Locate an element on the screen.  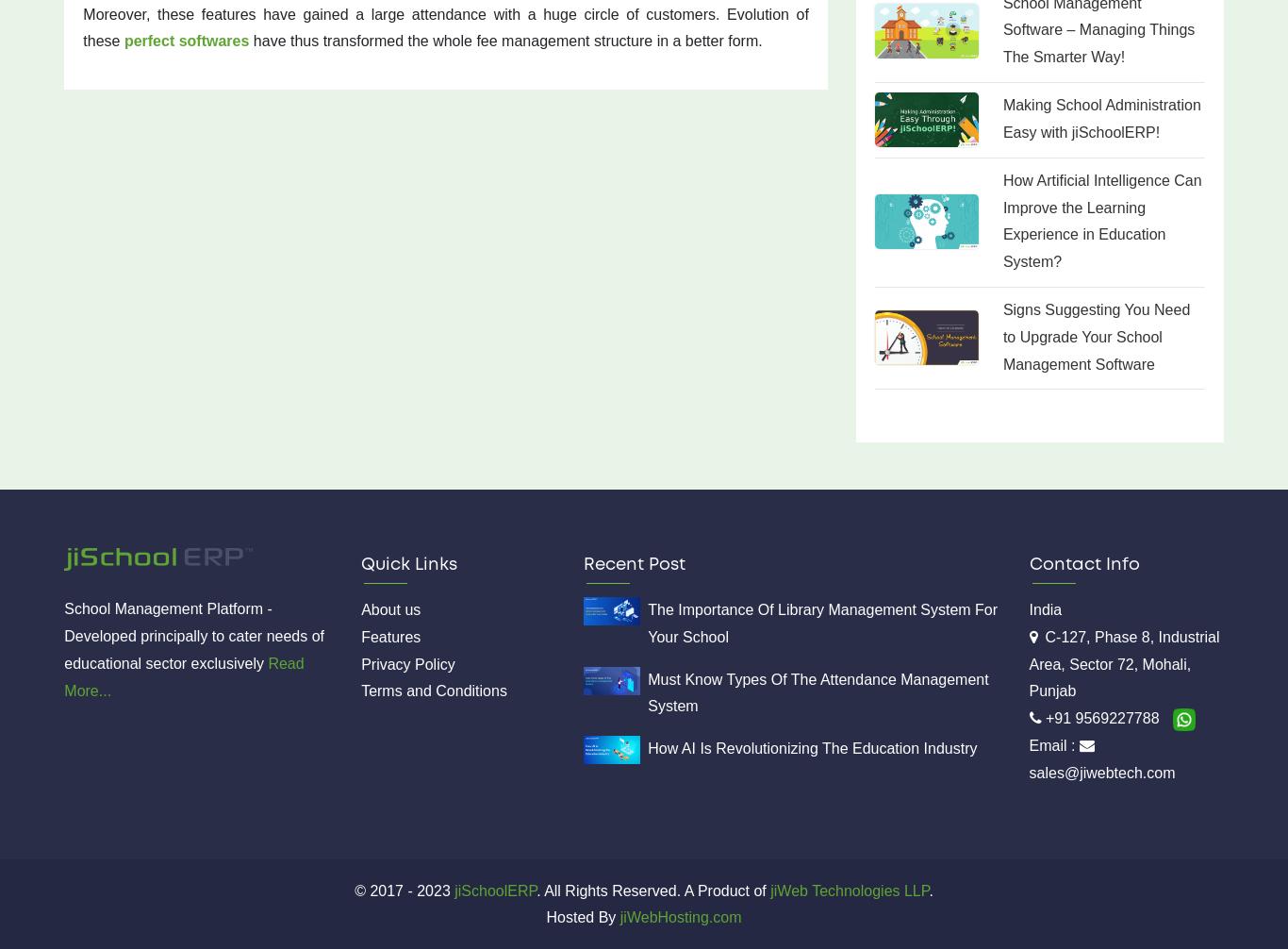
'jiWebHosting.com' is located at coordinates (680, 916).